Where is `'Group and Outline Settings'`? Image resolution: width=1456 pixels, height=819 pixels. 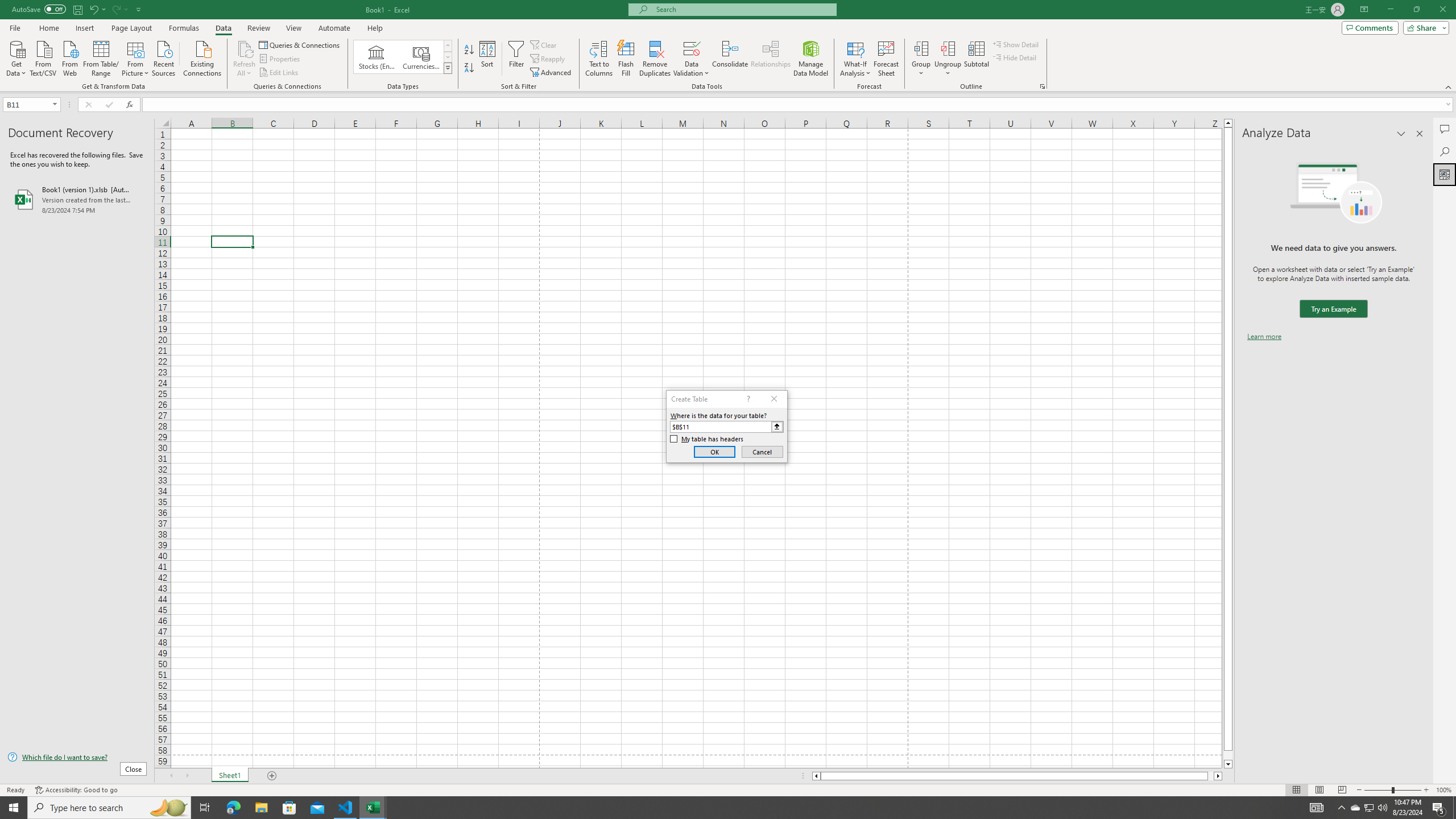 'Group and Outline Settings' is located at coordinates (1041, 85).